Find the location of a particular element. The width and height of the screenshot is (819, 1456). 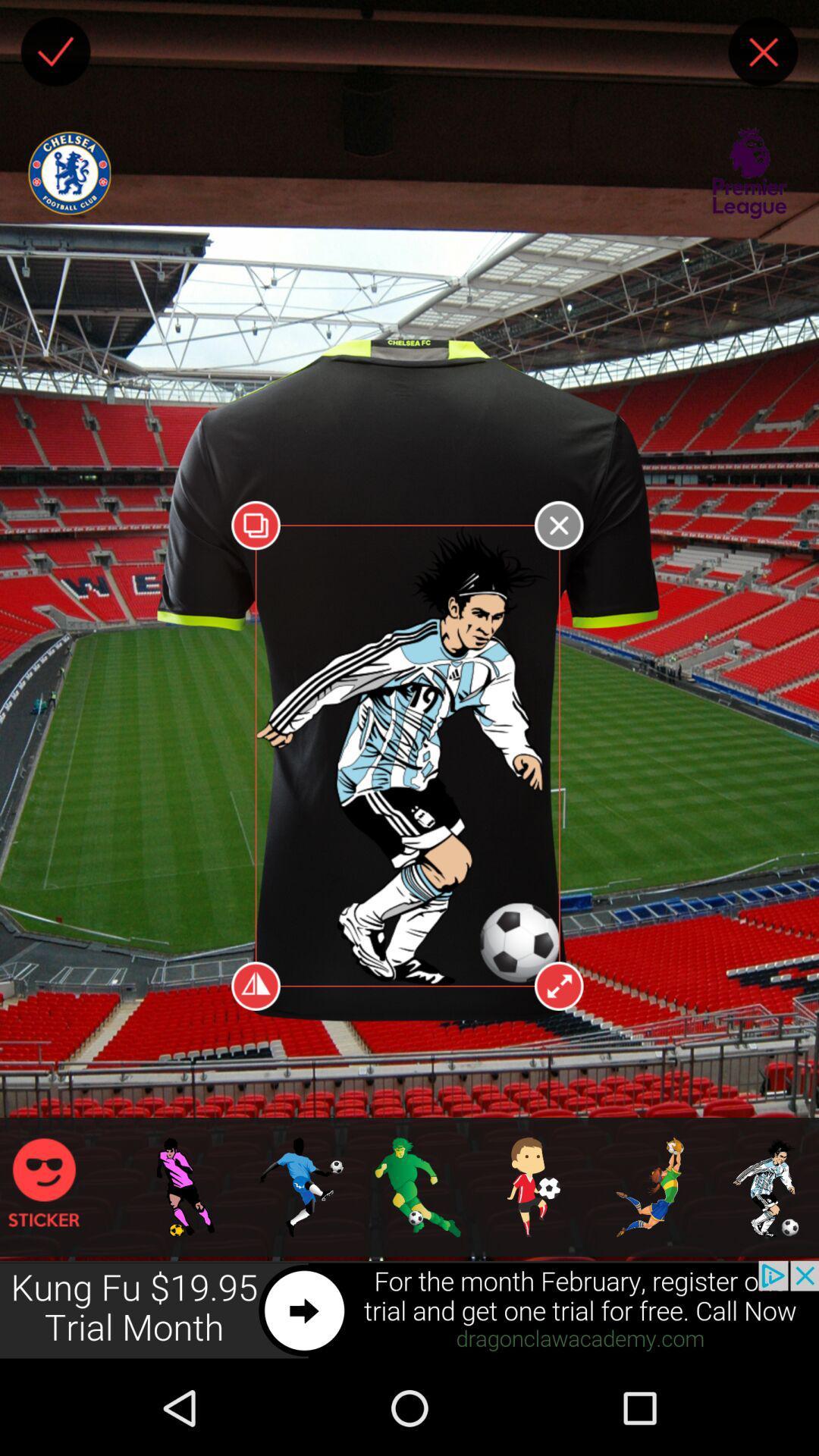

like the item is located at coordinates (55, 52).